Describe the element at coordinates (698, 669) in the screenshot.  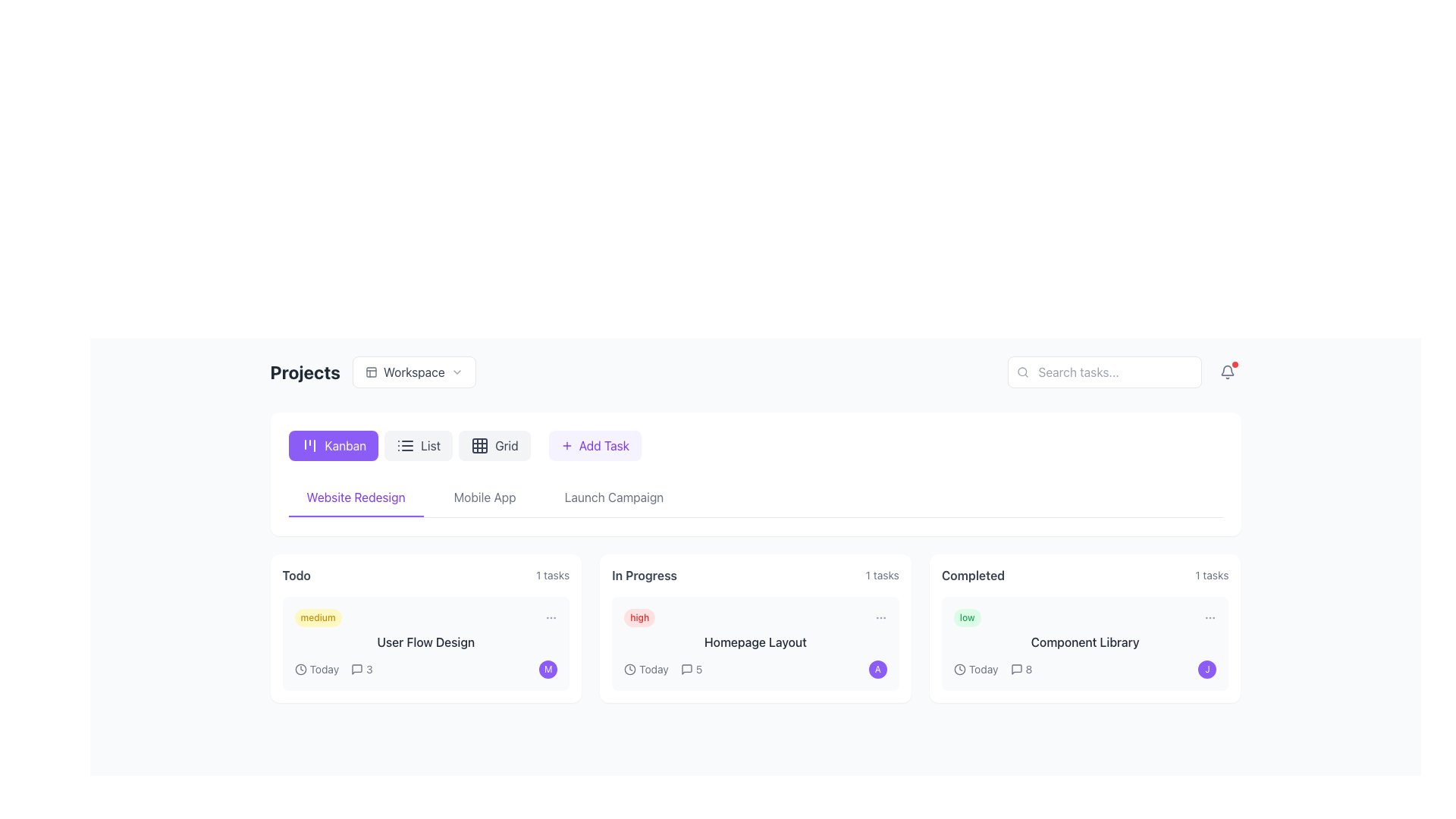
I see `the text label '5' which indicates the number of comments for the task 'Homepage Layout' in the 'In Progress' column of the task board` at that location.